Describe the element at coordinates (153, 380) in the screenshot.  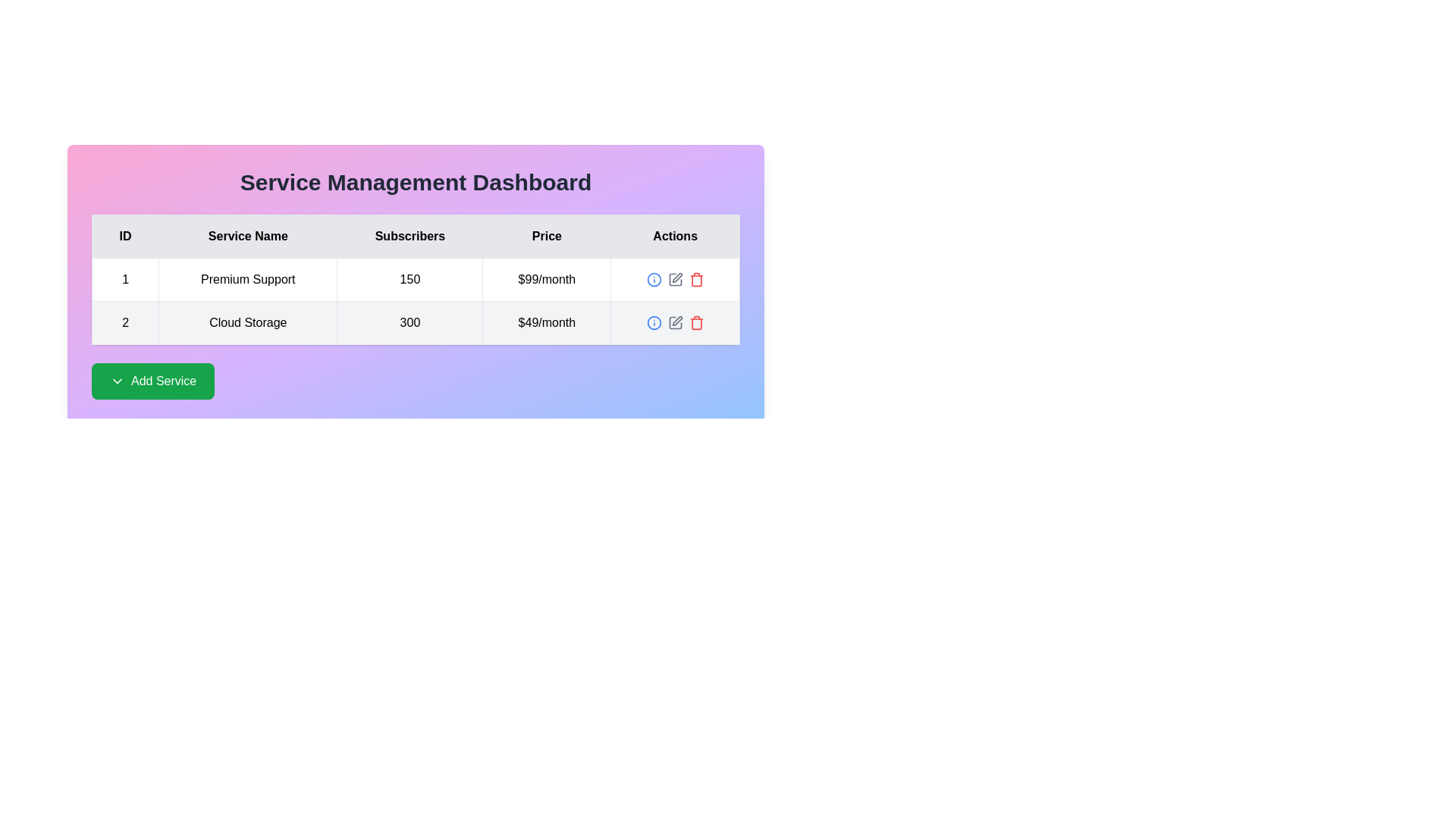
I see `the button used for adding a new service to the system` at that location.